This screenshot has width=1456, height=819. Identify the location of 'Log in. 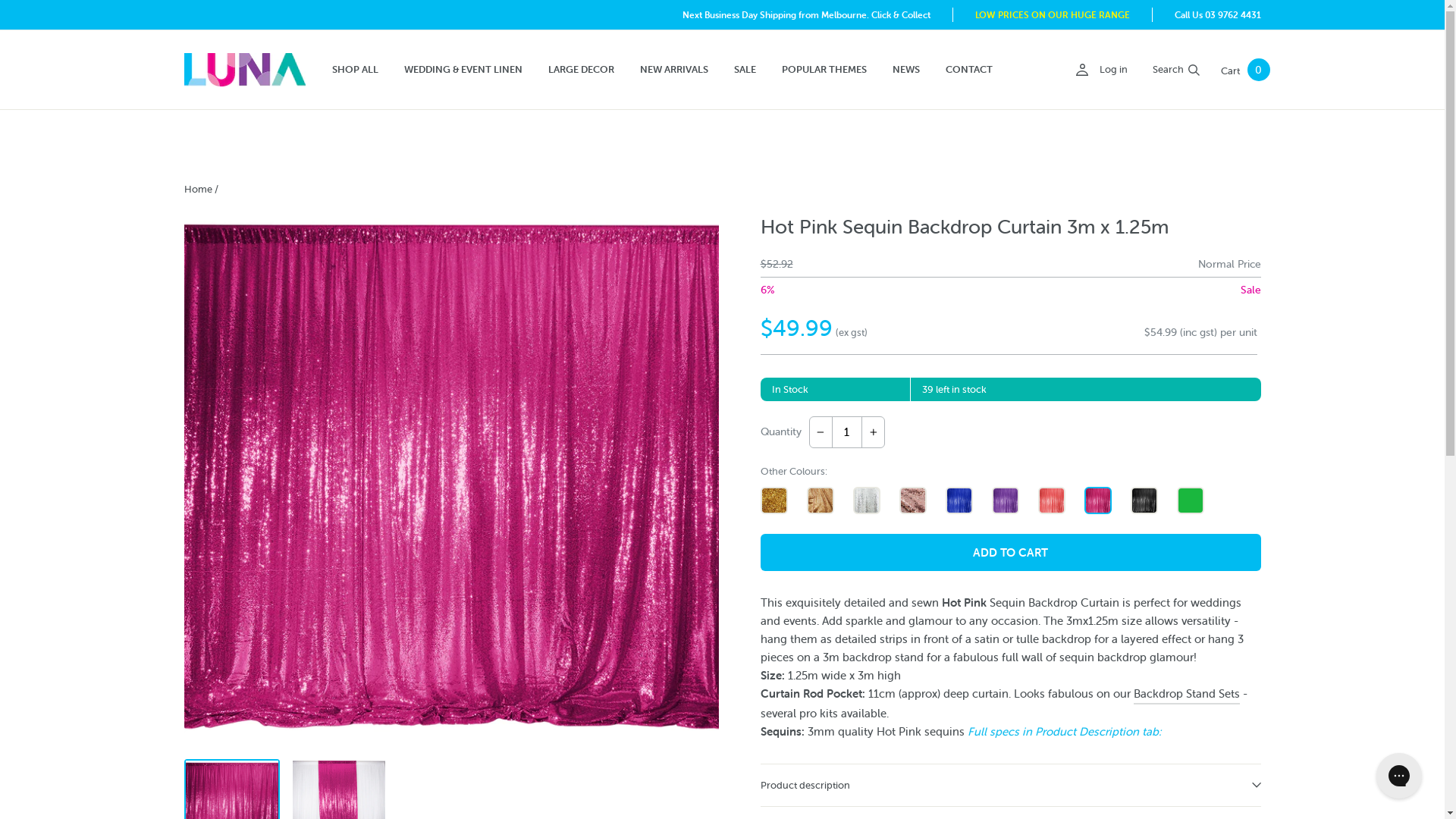
(1100, 70).